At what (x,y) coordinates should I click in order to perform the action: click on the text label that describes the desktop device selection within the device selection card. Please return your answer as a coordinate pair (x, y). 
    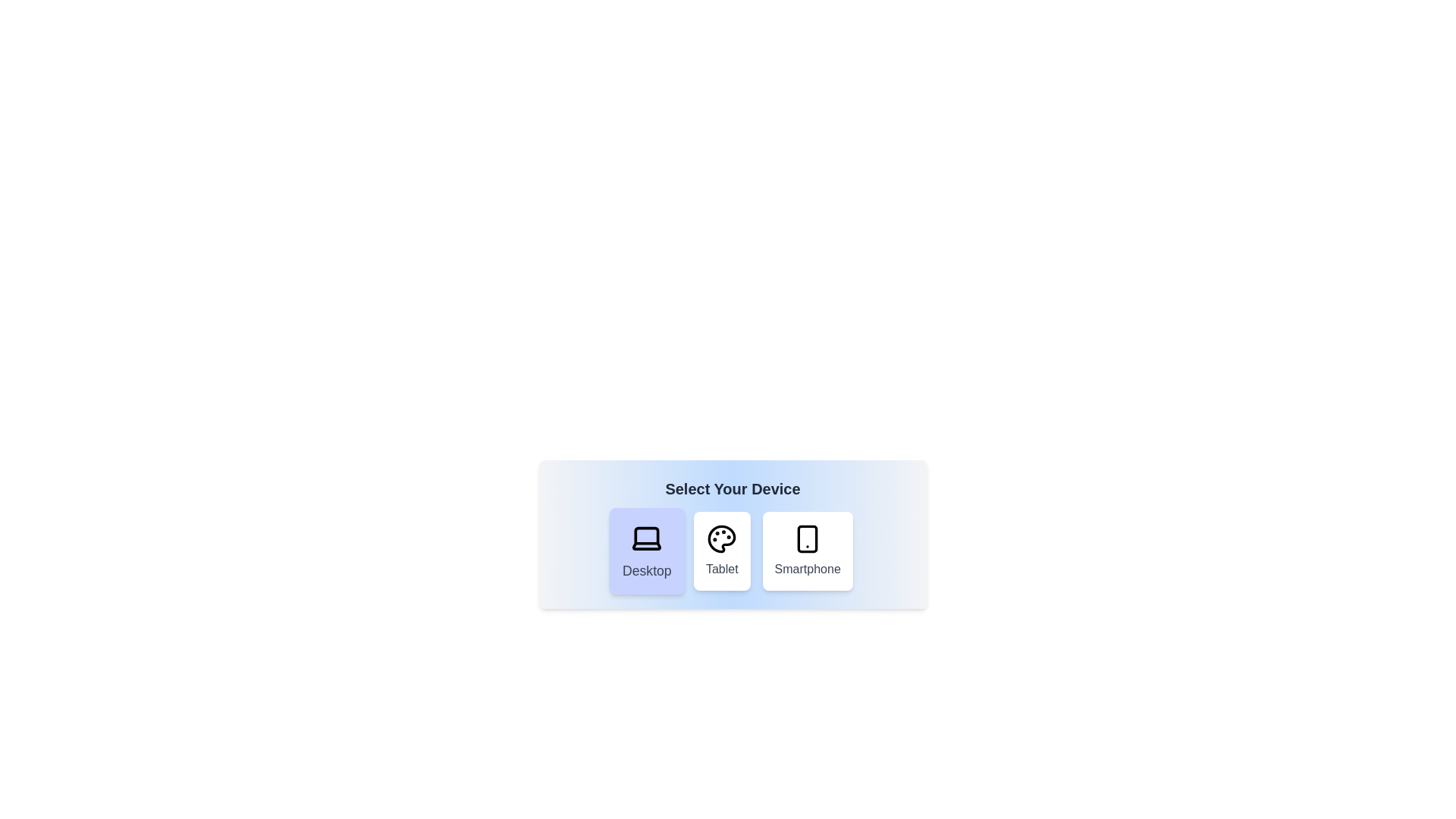
    Looking at the image, I should click on (647, 571).